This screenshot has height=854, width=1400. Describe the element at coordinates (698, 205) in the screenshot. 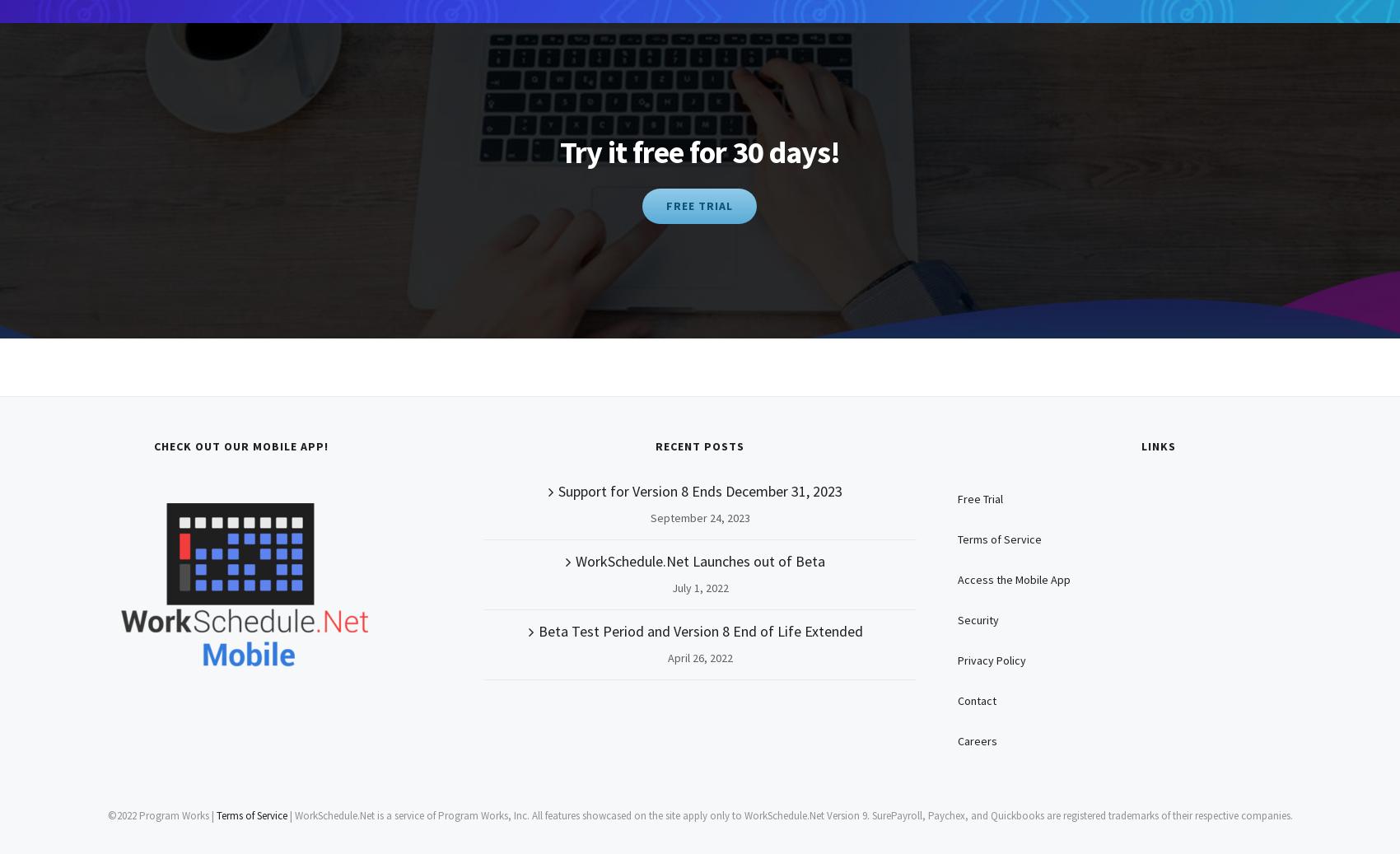

I see `'FREE TRIAL'` at that location.